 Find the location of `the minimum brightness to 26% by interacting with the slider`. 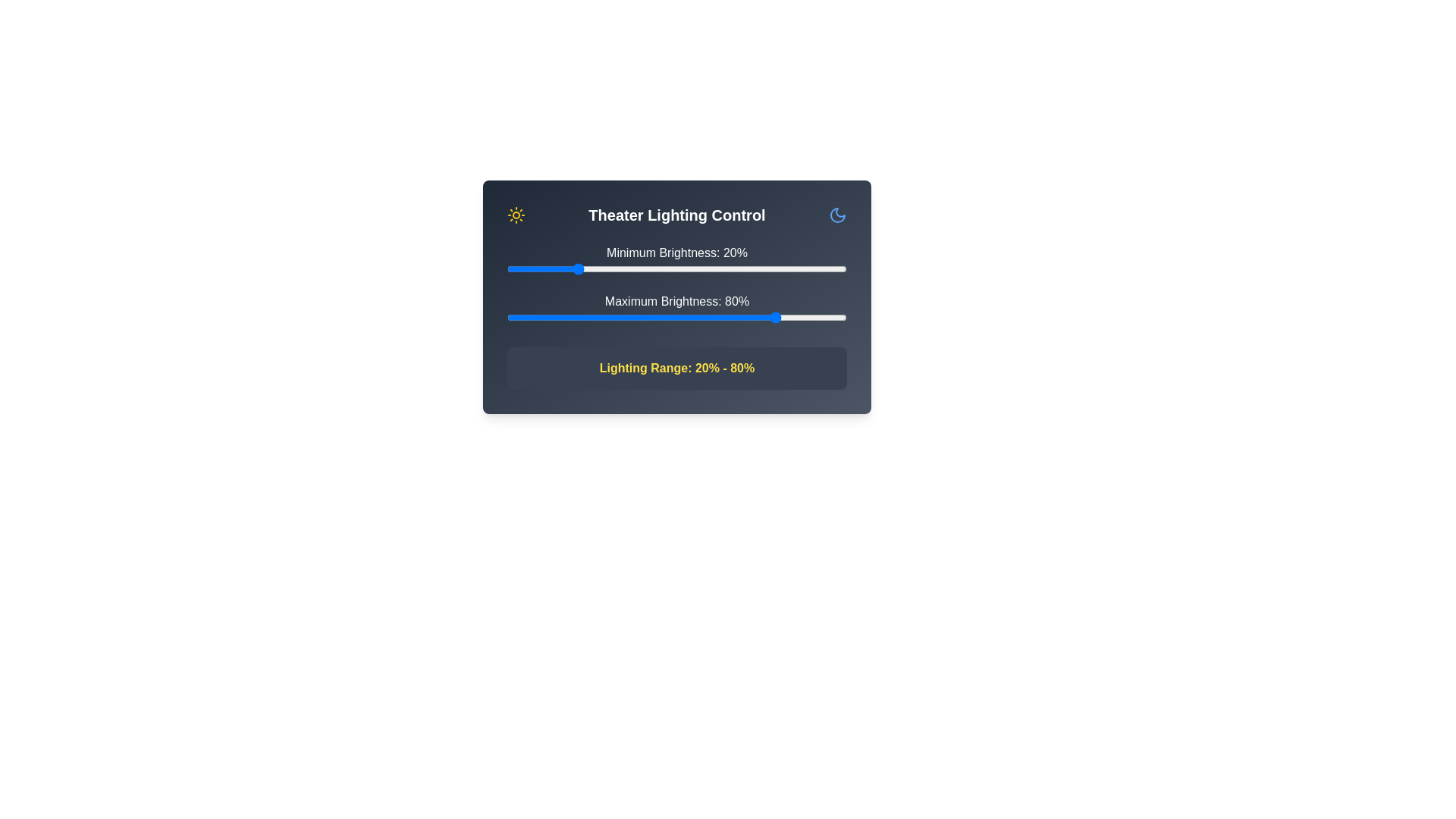

the minimum brightness to 26% by interacting with the slider is located at coordinates (595, 268).